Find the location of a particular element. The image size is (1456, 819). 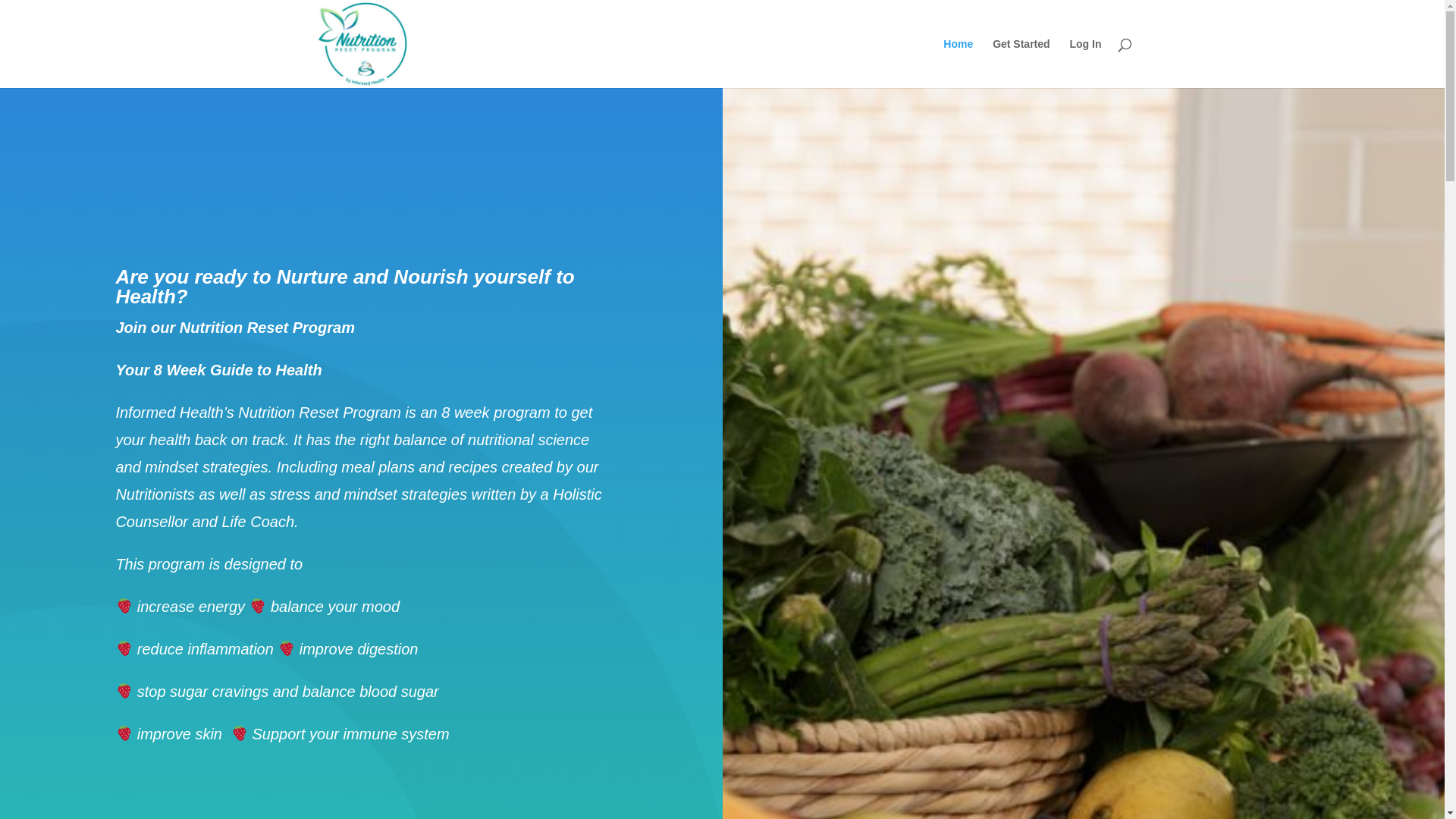

'Log In' is located at coordinates (1084, 62).